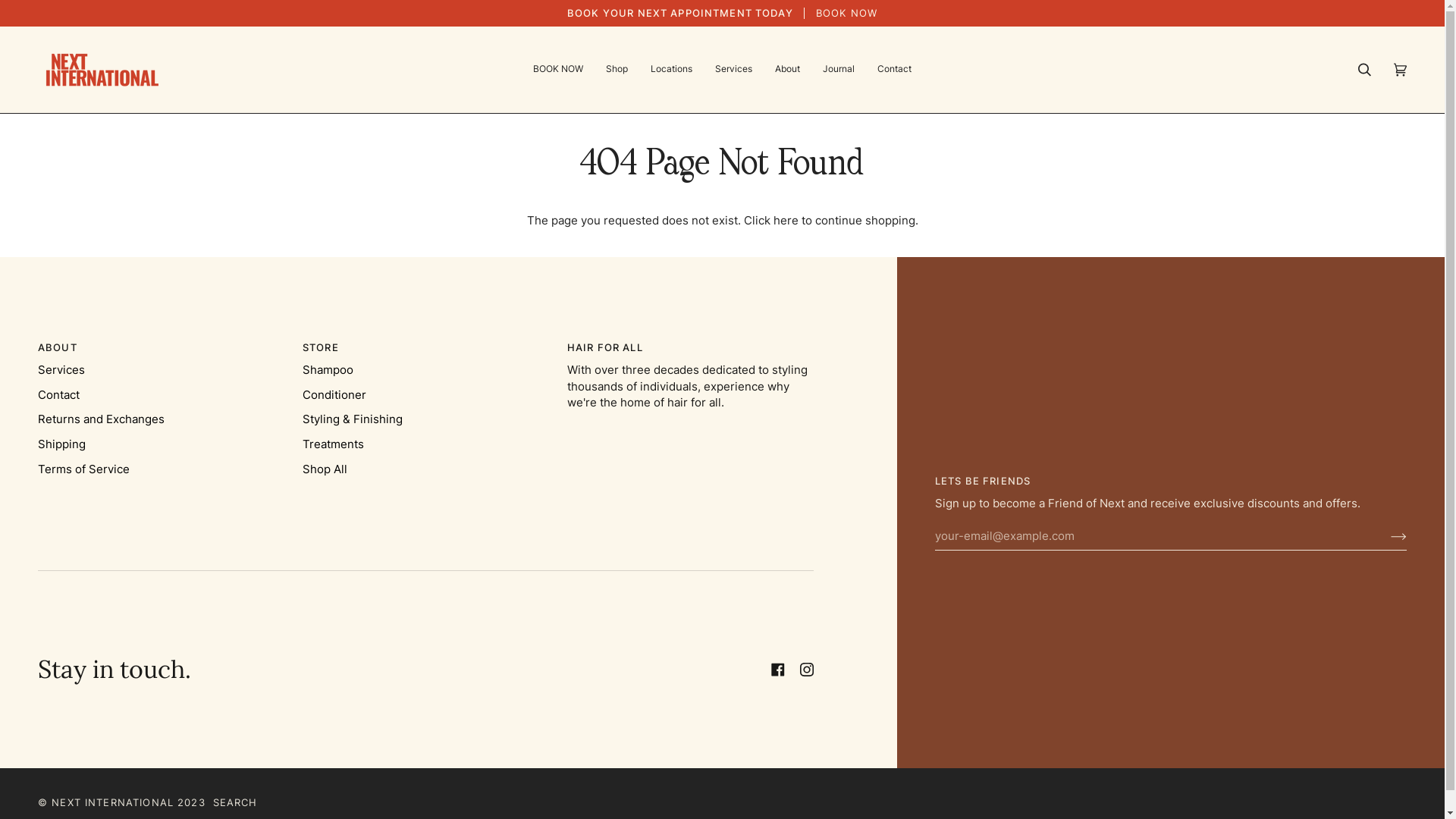  I want to click on 'Conditioner', so click(334, 394).